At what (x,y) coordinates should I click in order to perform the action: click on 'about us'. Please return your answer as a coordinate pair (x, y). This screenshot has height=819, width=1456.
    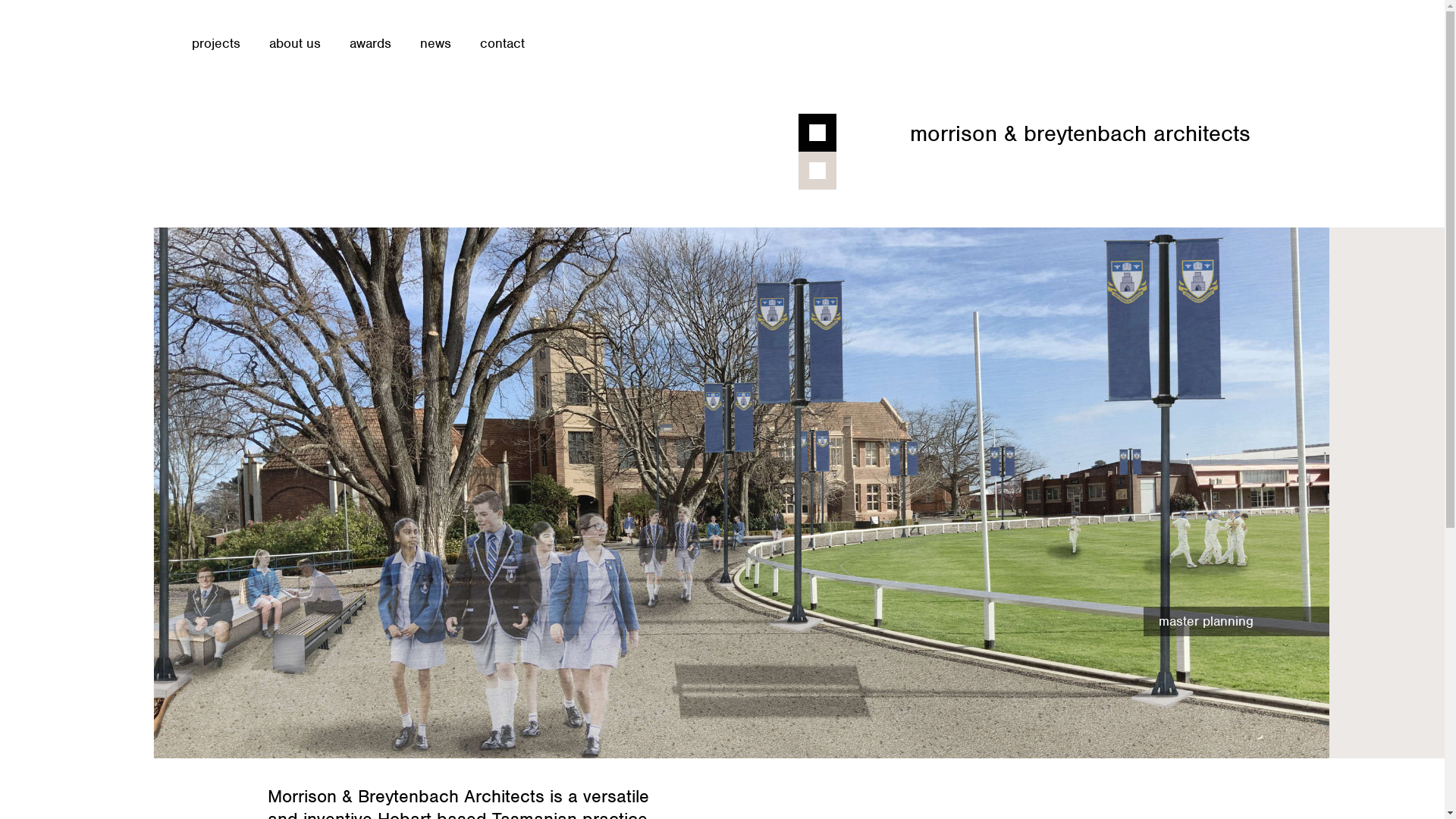
    Looking at the image, I should click on (268, 42).